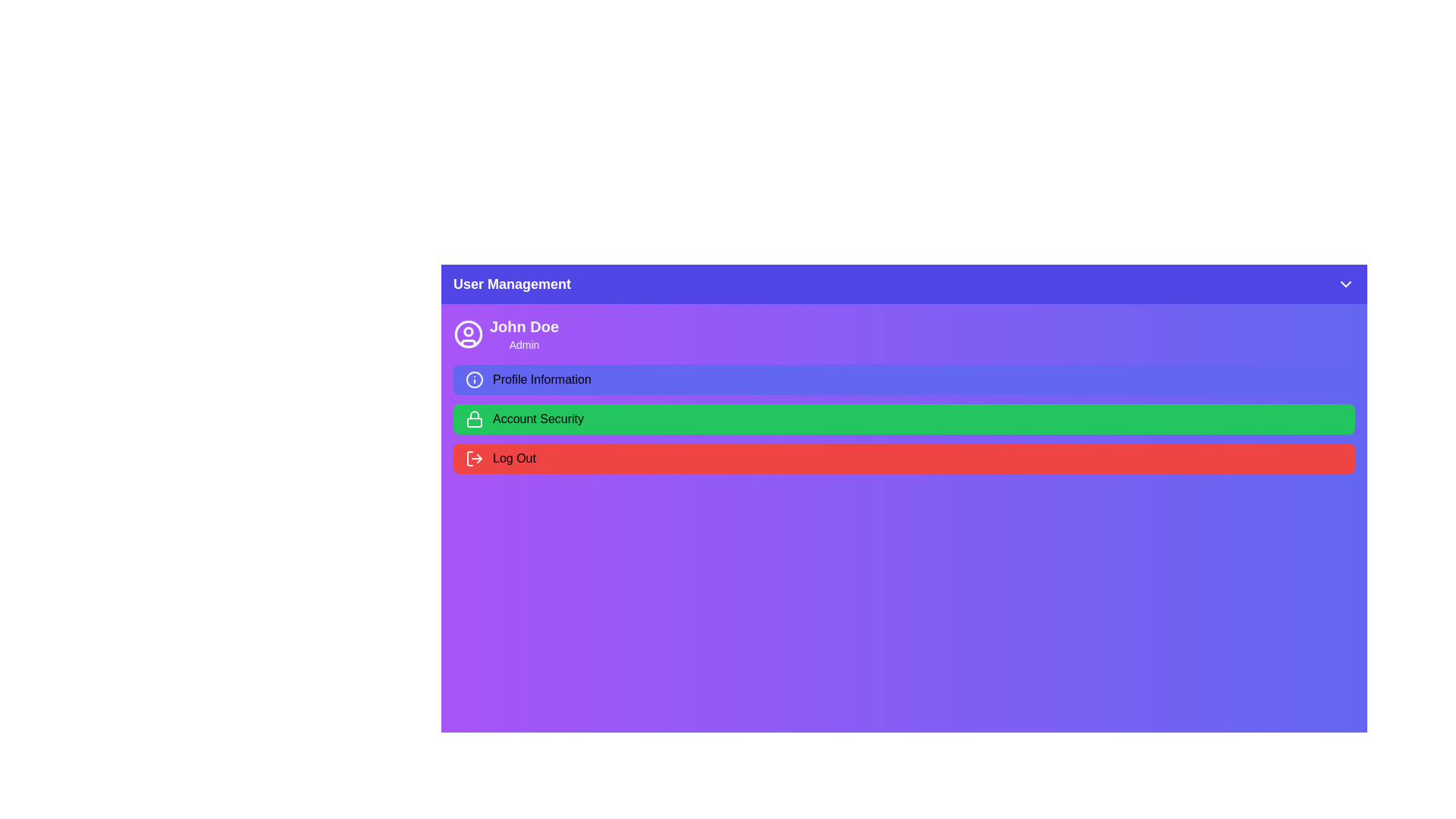 This screenshot has width=1456, height=819. What do you see at coordinates (903, 419) in the screenshot?
I see `the 'Account Security' option in the UserPanel` at bounding box center [903, 419].